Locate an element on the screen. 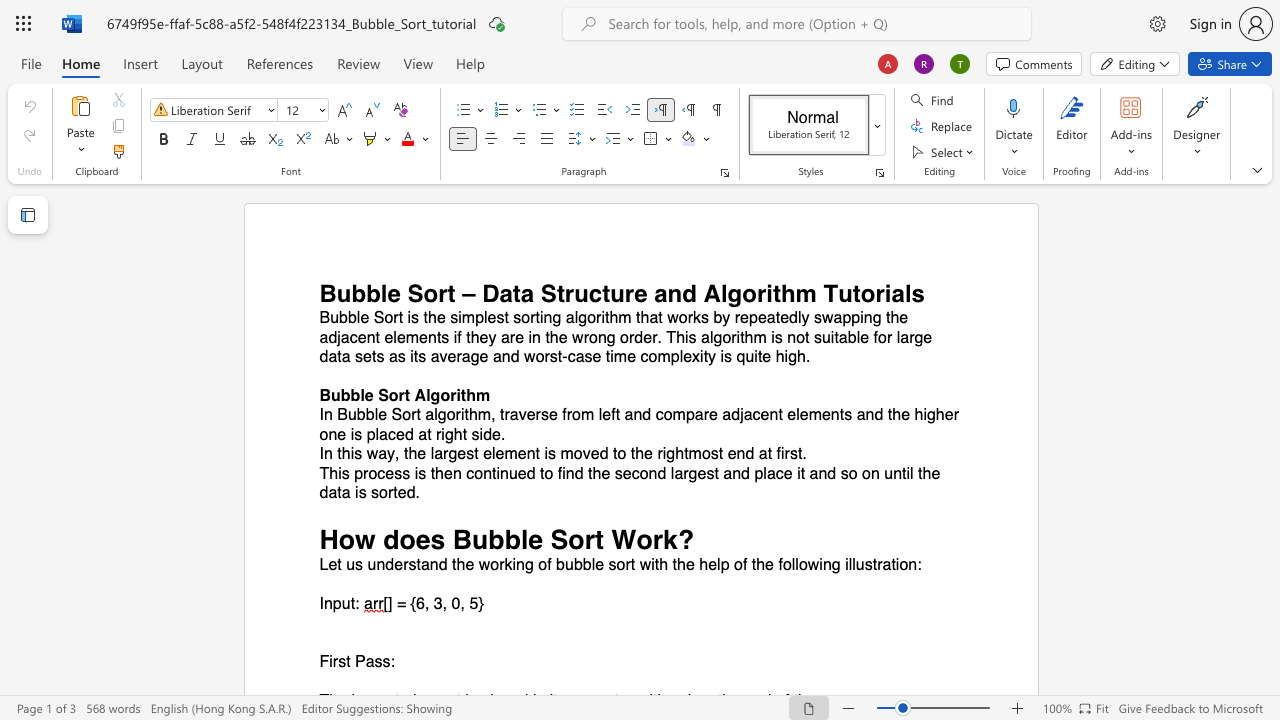  the 1th character "r" in the text is located at coordinates (335, 662).